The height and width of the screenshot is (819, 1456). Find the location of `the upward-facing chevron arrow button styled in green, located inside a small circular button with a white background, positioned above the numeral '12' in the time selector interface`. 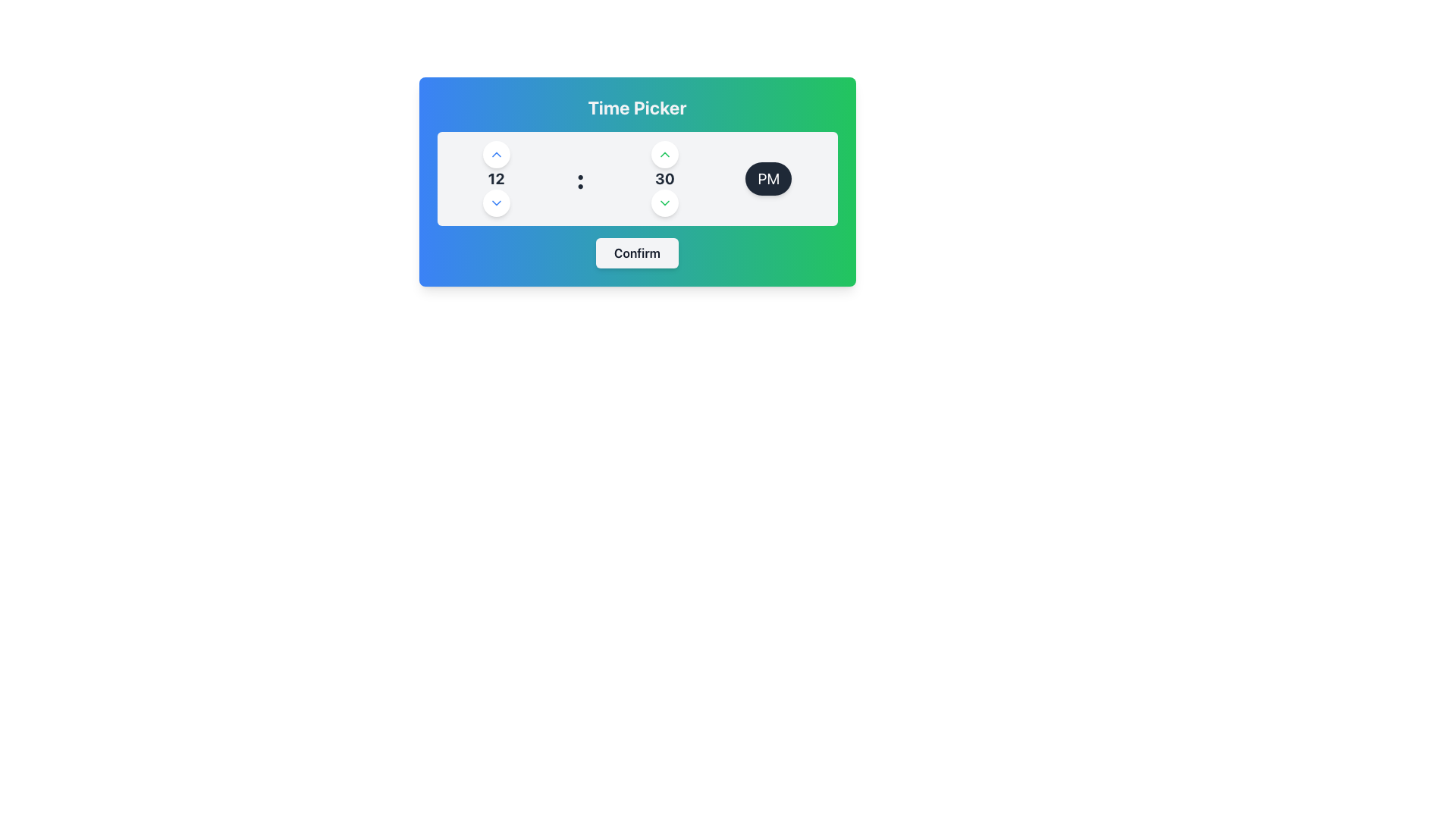

the upward-facing chevron arrow button styled in green, located inside a small circular button with a white background, positioned above the numeral '12' in the time selector interface is located at coordinates (664, 155).